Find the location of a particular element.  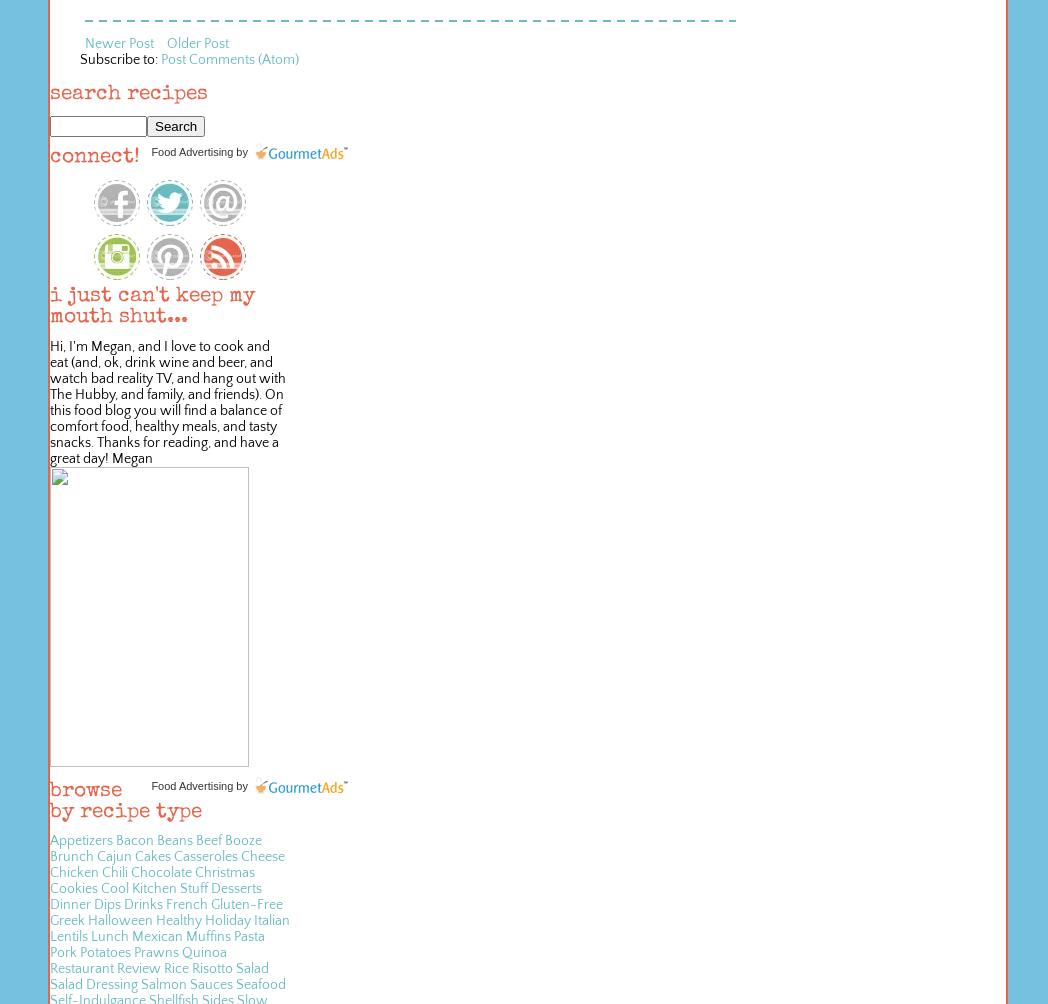

'Cheese' is located at coordinates (241, 857).